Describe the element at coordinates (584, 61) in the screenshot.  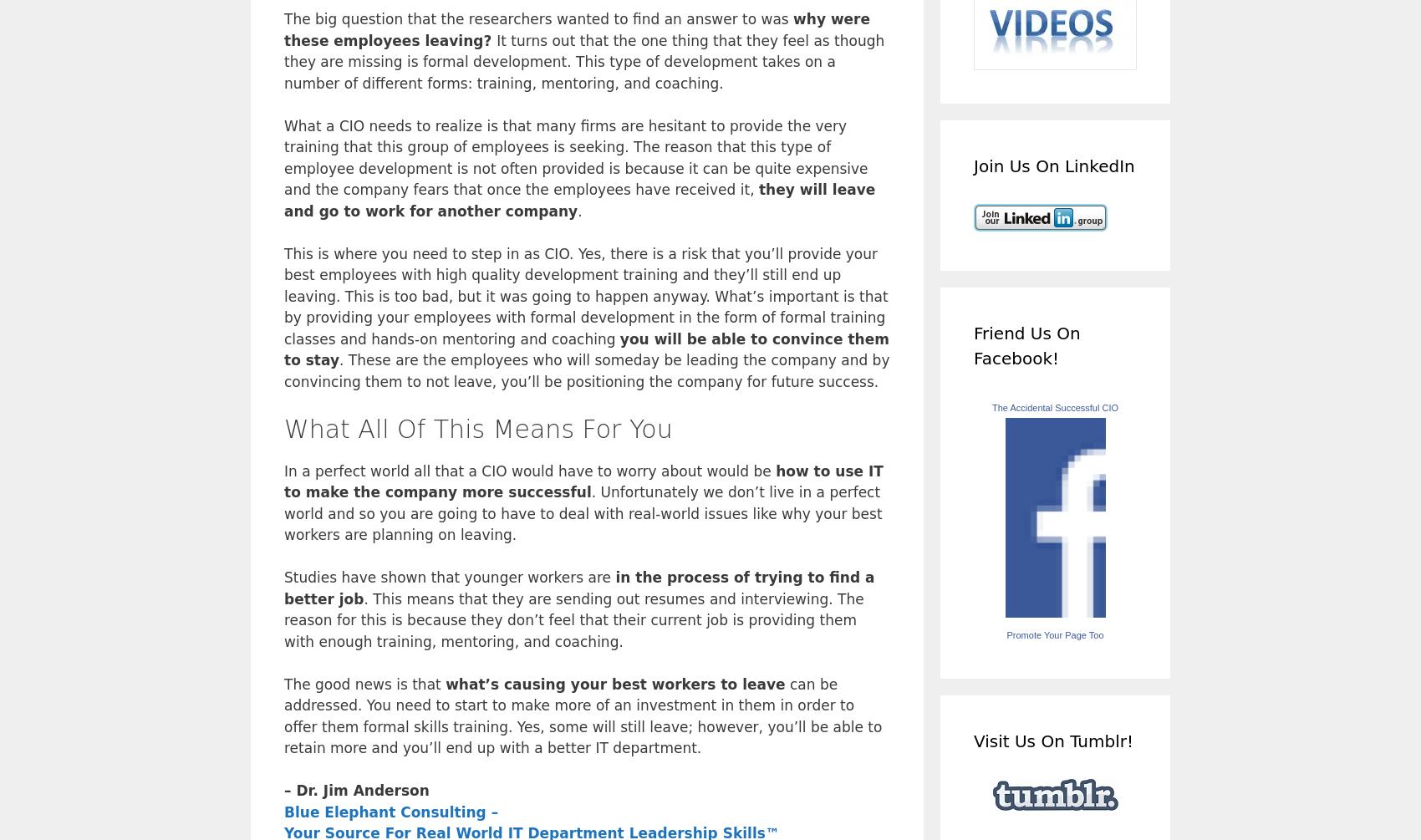
I see `'It turns out that the one thing that they feel as though they are missing is formal development. This type of development takes on a number of different forms: training, mentoring, and coaching.'` at that location.